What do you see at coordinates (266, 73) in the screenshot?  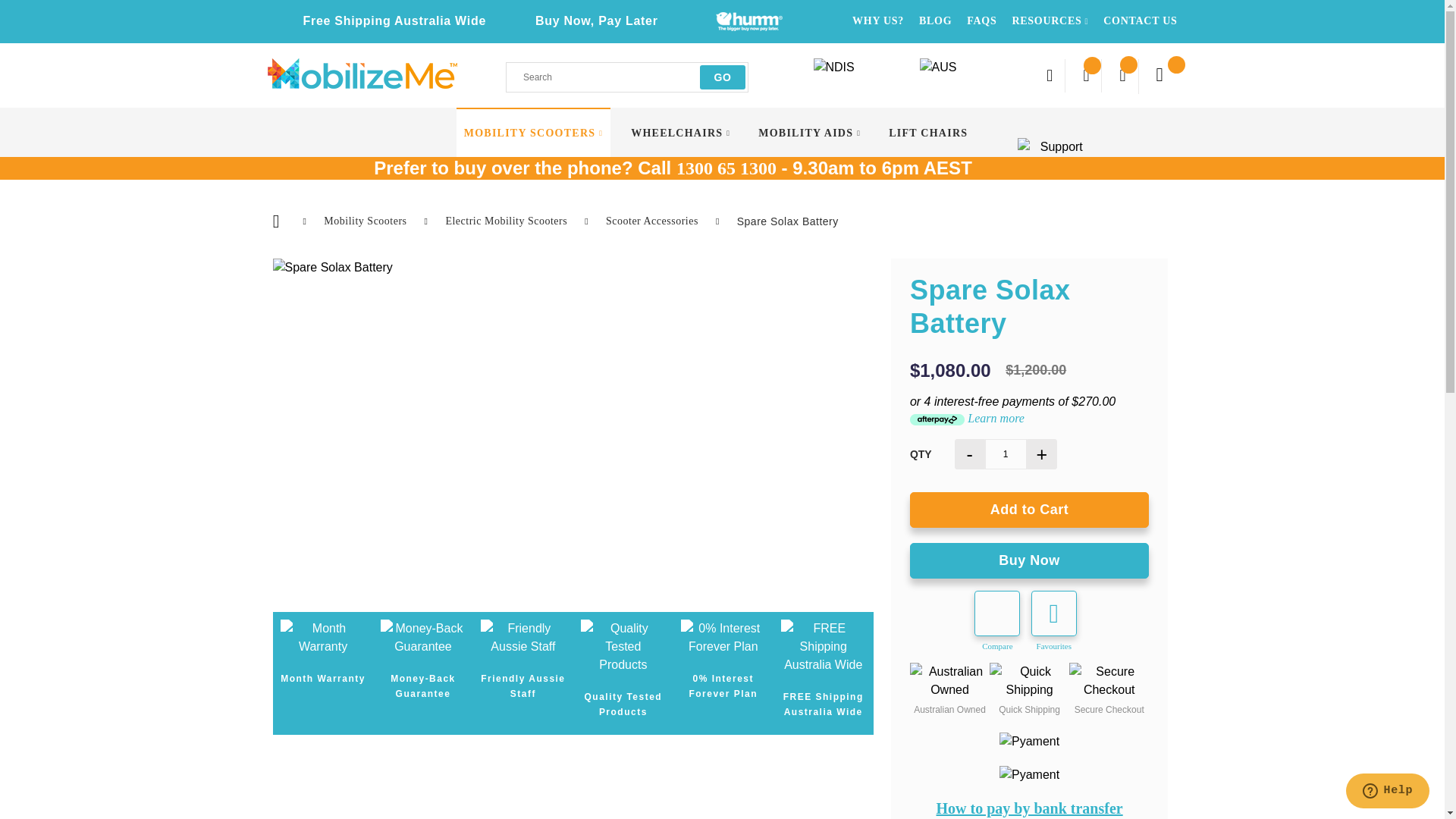 I see `'MobilizeMe'` at bounding box center [266, 73].